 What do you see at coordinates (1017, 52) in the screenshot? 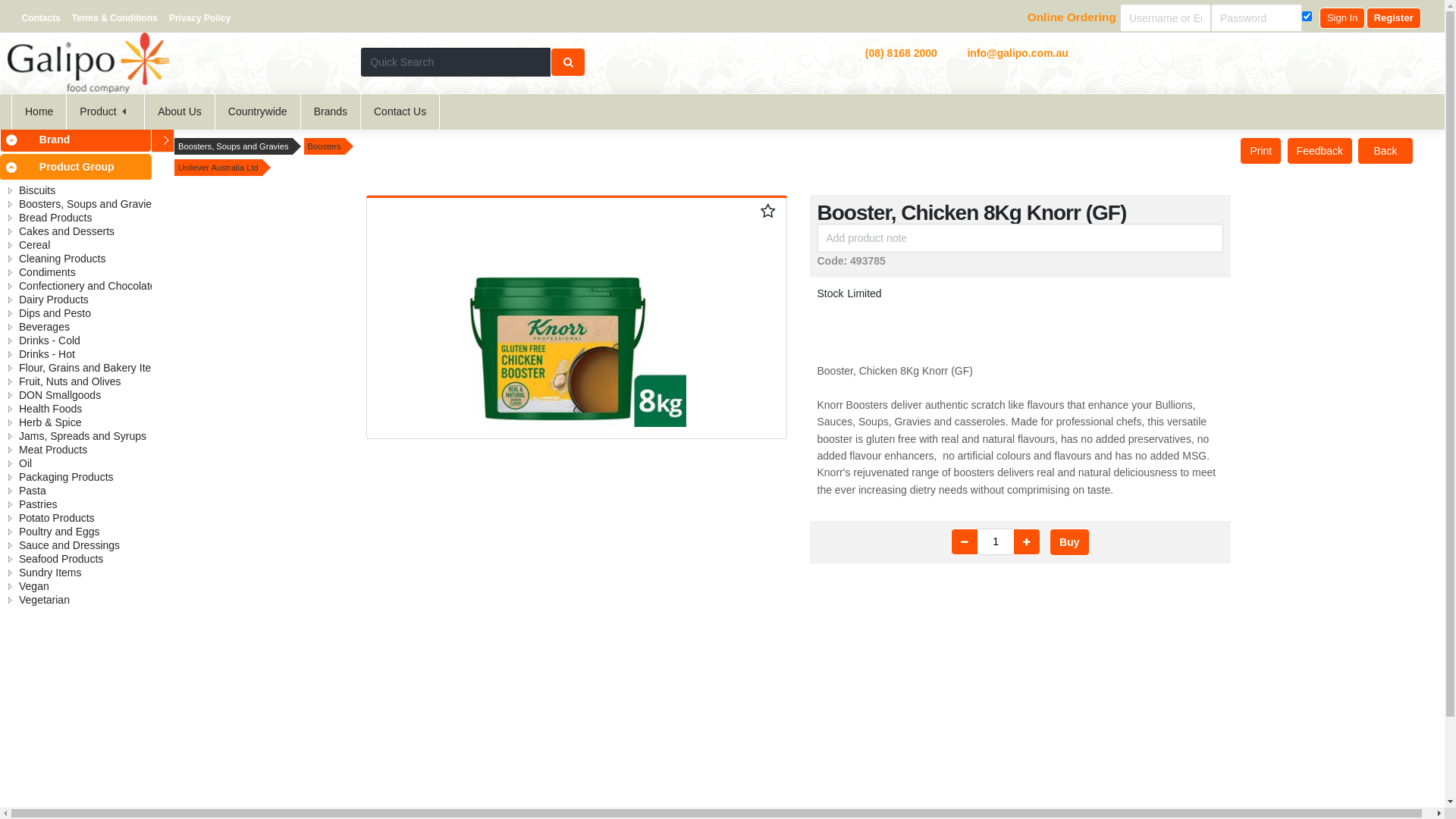
I see `'info@galipo.com.au'` at bounding box center [1017, 52].